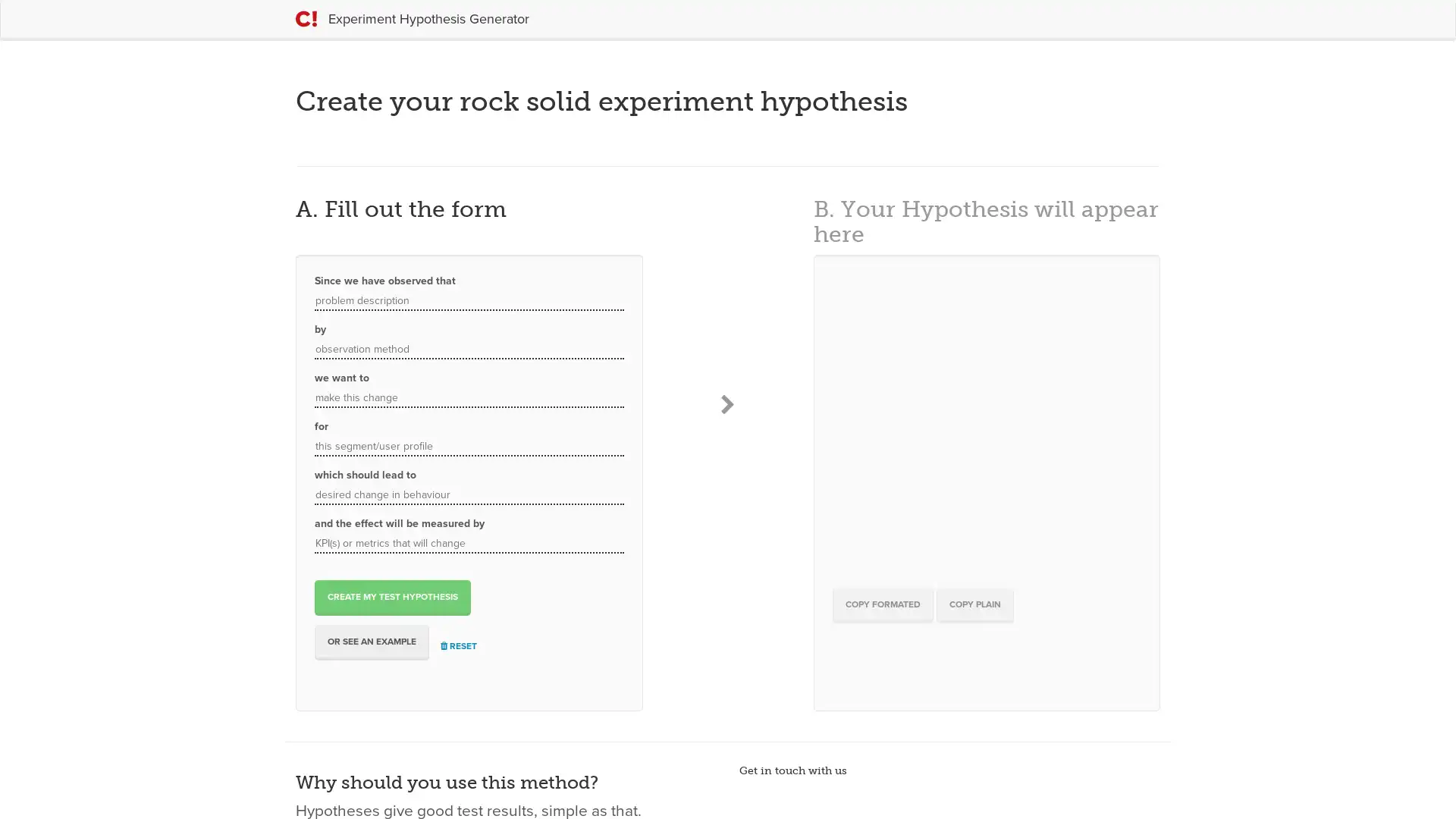 The height and width of the screenshot is (819, 1456). What do you see at coordinates (372, 642) in the screenshot?
I see `OR SEE AN EXAMPLE` at bounding box center [372, 642].